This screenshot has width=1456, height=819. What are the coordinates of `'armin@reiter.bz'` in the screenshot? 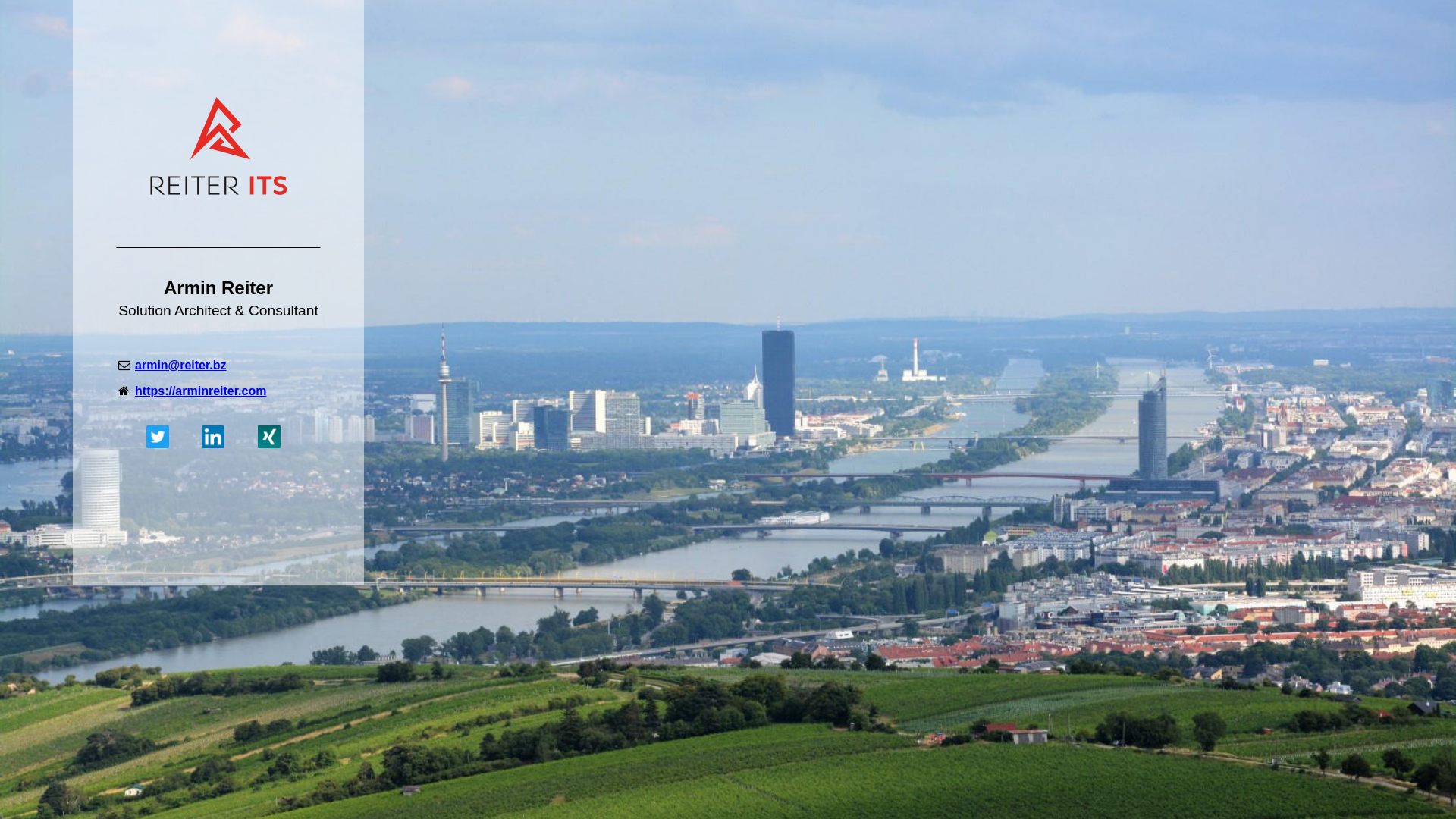 It's located at (180, 365).